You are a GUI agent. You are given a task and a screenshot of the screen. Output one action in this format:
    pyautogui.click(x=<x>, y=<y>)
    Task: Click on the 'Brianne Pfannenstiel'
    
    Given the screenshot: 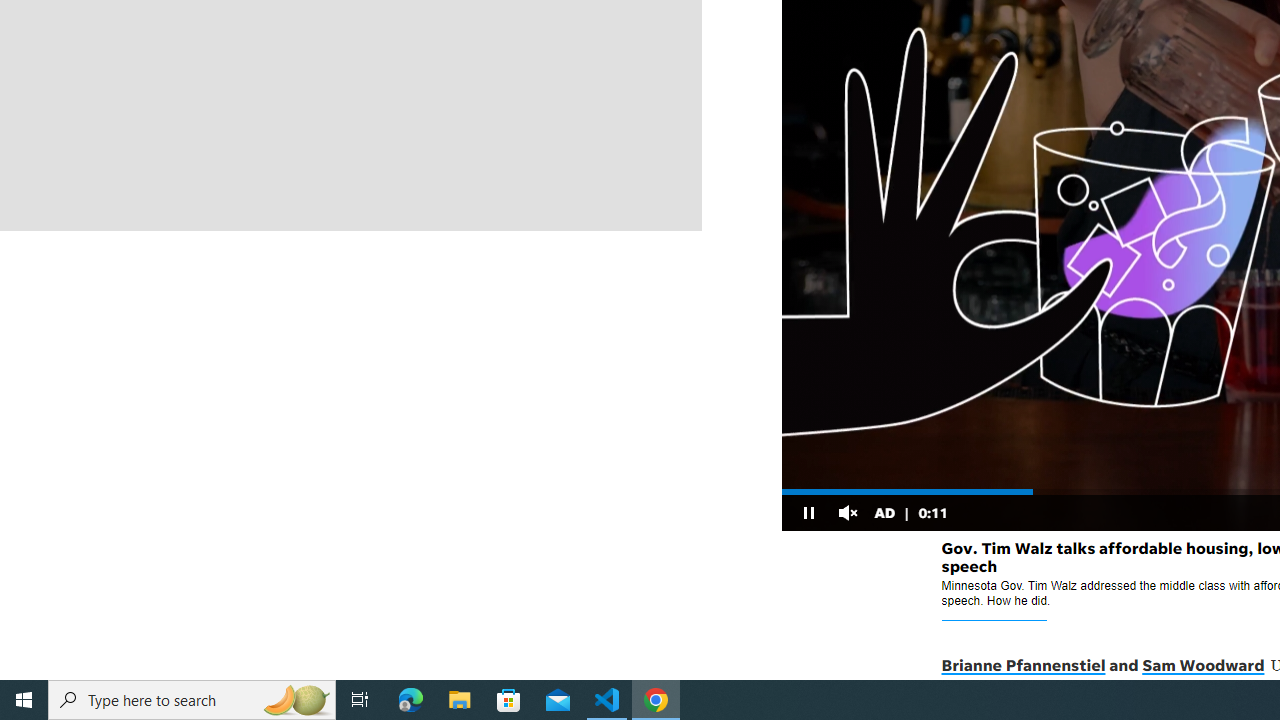 What is the action you would take?
    pyautogui.click(x=1023, y=666)
    